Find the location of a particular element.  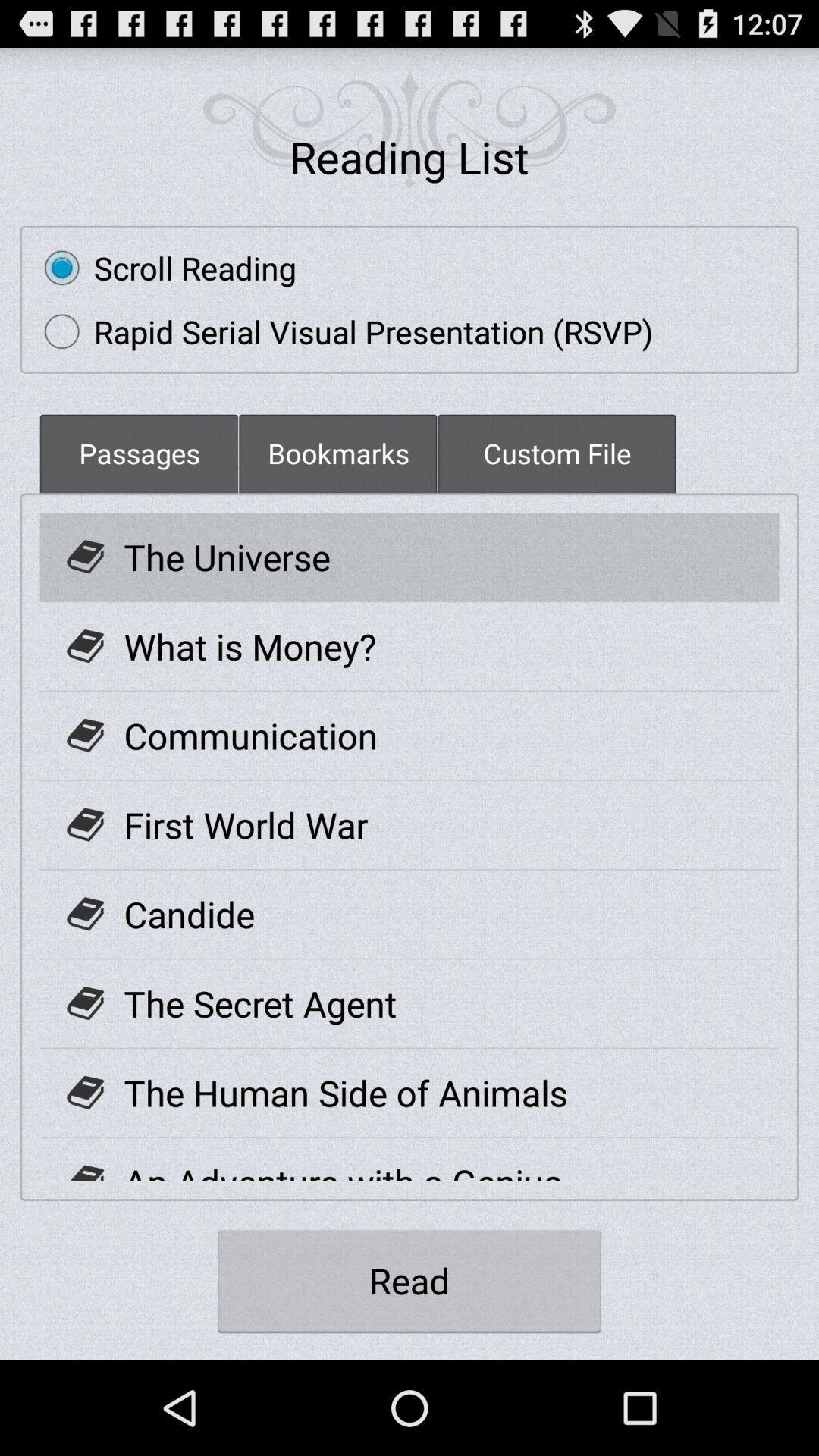

the read icon is located at coordinates (409, 1280).